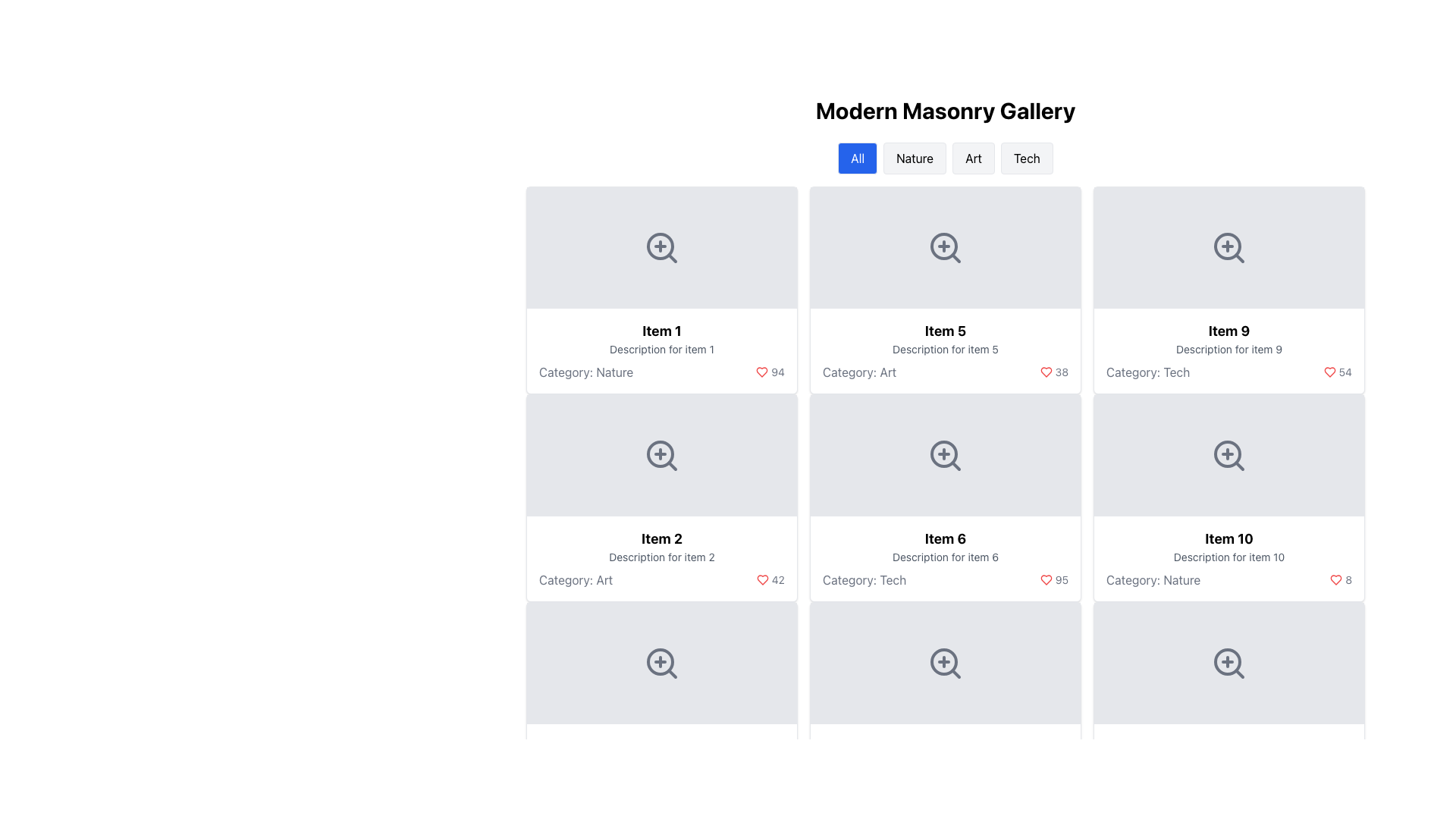 Image resolution: width=1456 pixels, height=819 pixels. Describe the element at coordinates (1061, 579) in the screenshot. I see `displayed number '95' which is in a medium gray font, located at the bottom right of the card labeled 'Item 6', next to a red heart icon` at that location.